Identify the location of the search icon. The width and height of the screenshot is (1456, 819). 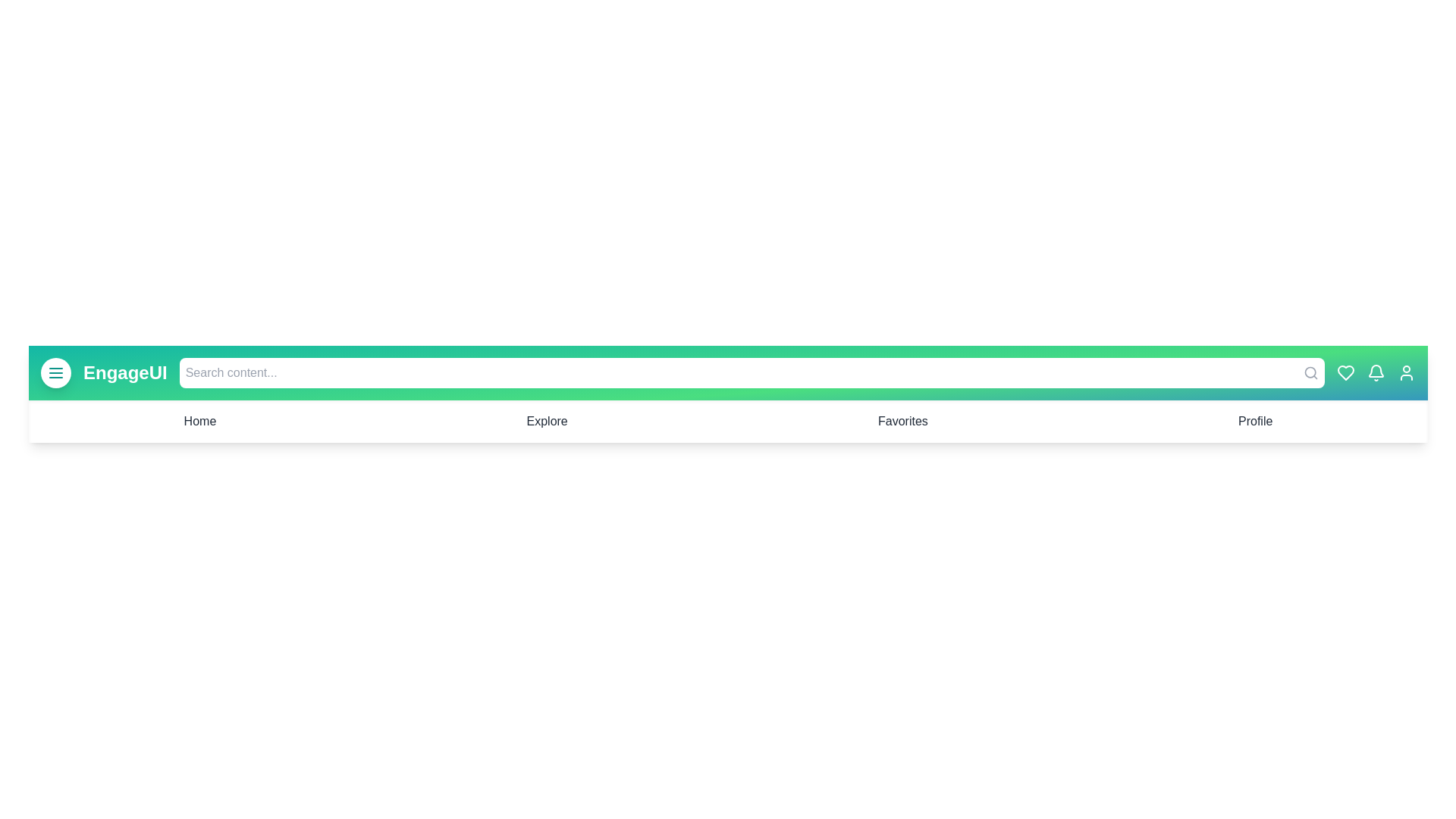
(1310, 373).